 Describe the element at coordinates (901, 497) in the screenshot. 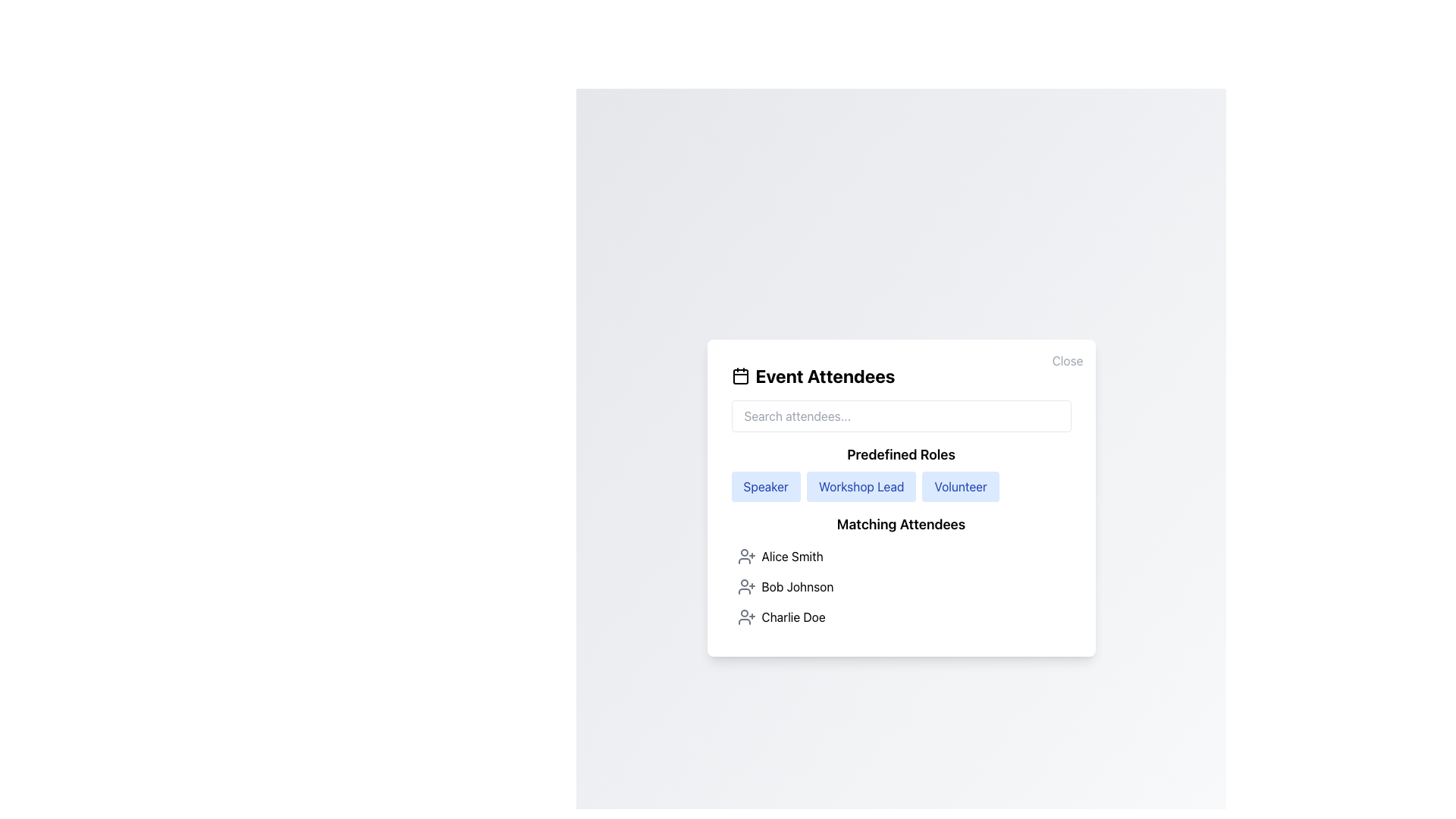

I see `the 'Workshop Lead' button, which is displayed in blue text on a light blue background within the 'Event Attendees' pop-up under 'Predefined Roles', positioned between the 'Speaker' and 'Volunteer' buttons` at that location.